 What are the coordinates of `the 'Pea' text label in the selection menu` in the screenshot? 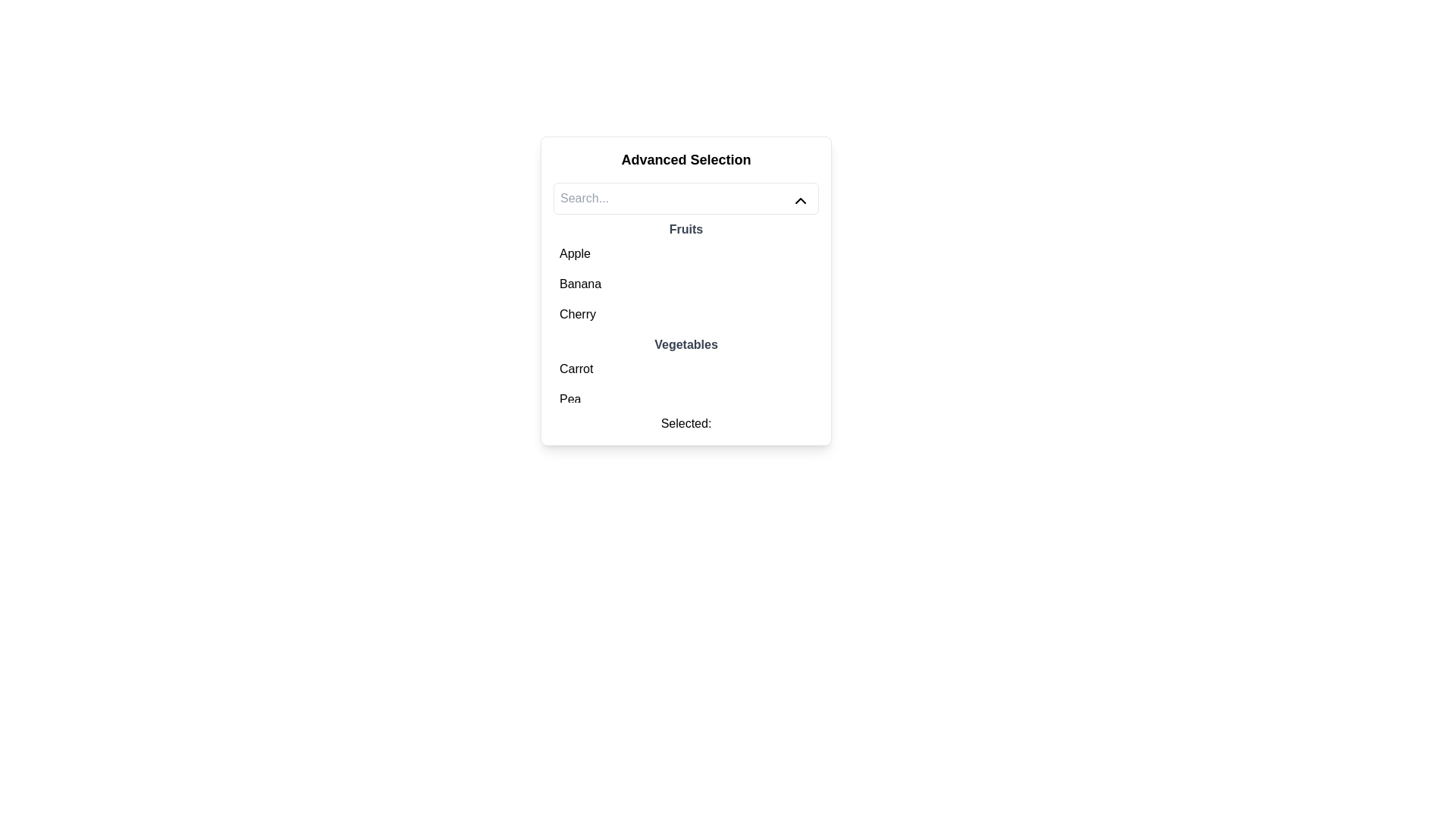 It's located at (570, 399).